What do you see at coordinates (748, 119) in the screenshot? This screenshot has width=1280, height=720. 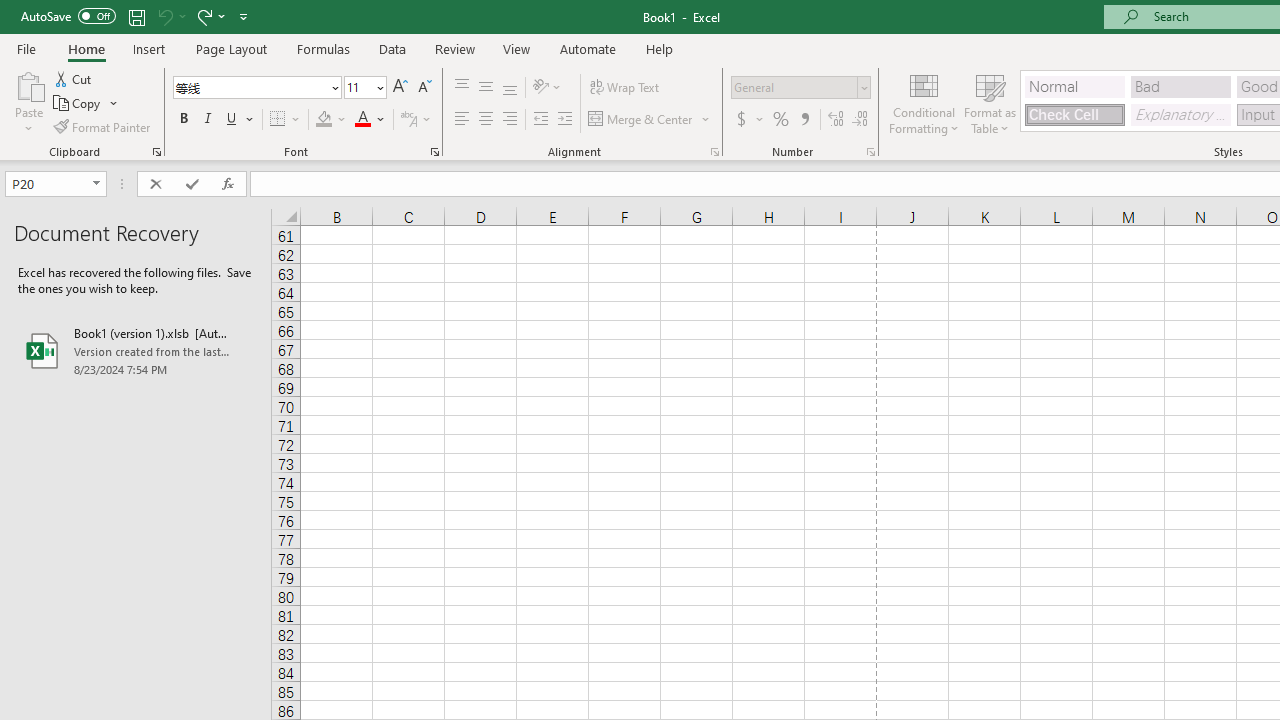 I see `'Accounting Number Format'` at bounding box center [748, 119].